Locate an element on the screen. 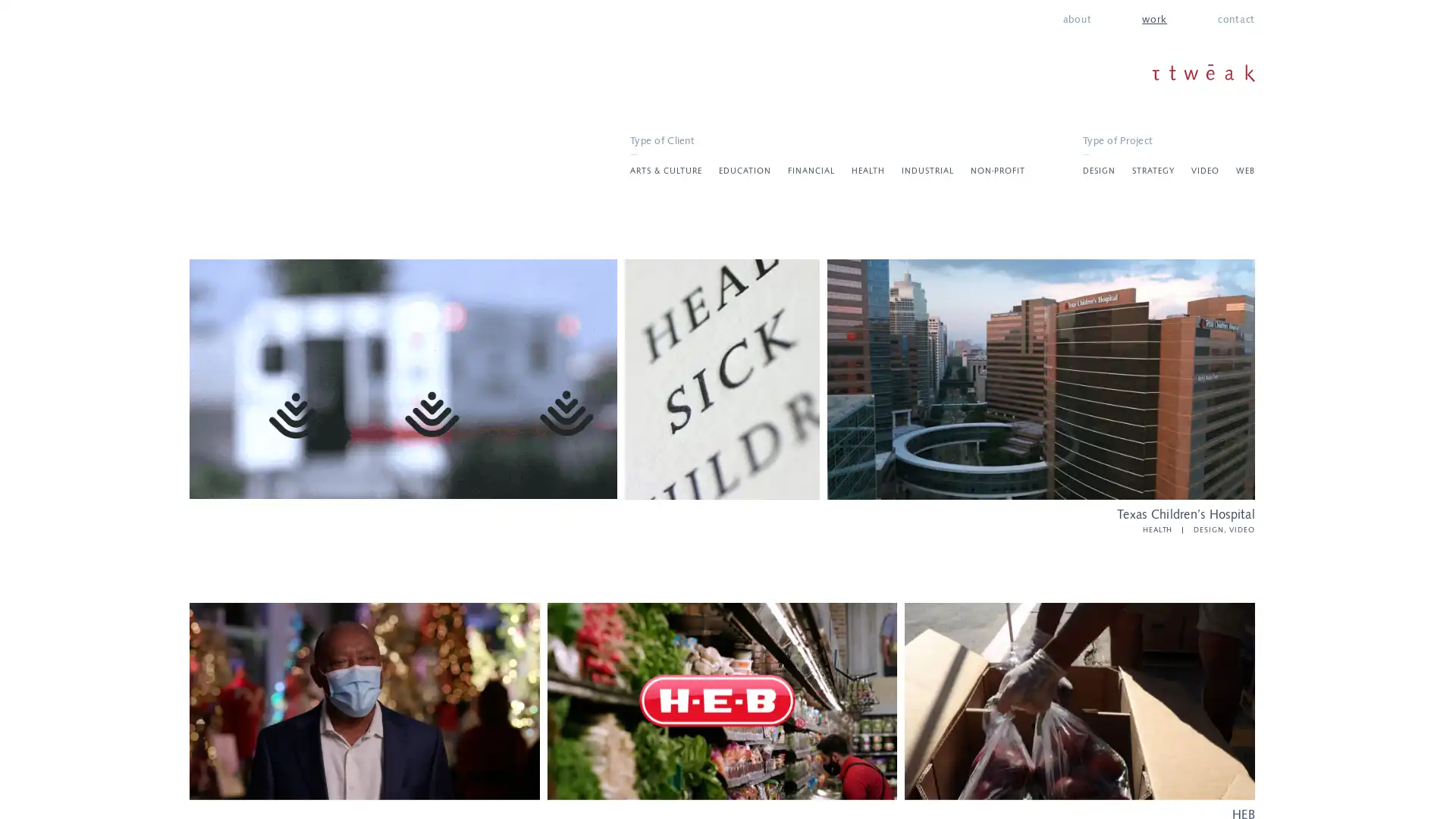 The width and height of the screenshot is (1456, 819). ARTS & CULTURE is located at coordinates (666, 171).